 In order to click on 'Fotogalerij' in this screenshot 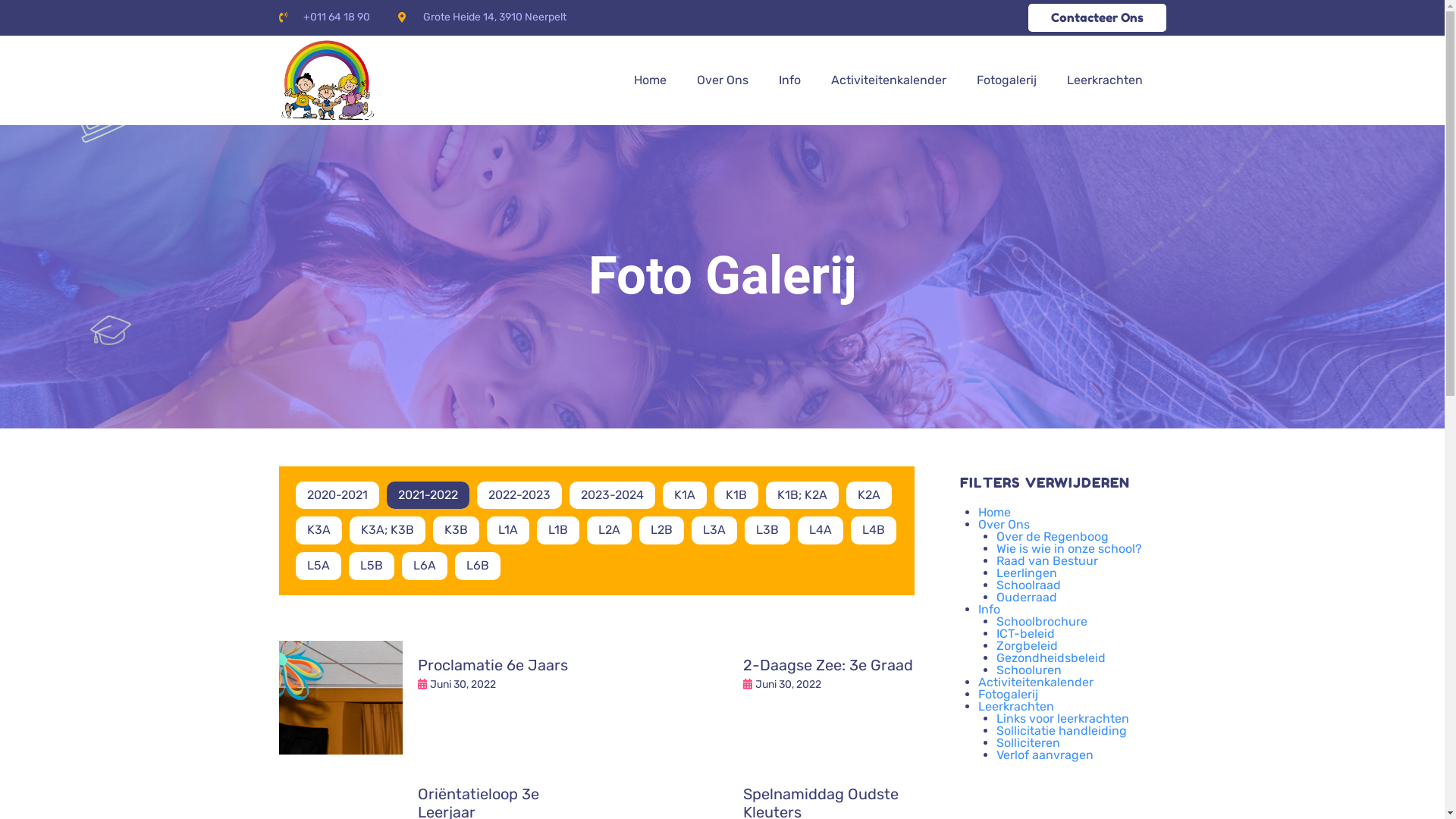, I will do `click(1008, 694)`.